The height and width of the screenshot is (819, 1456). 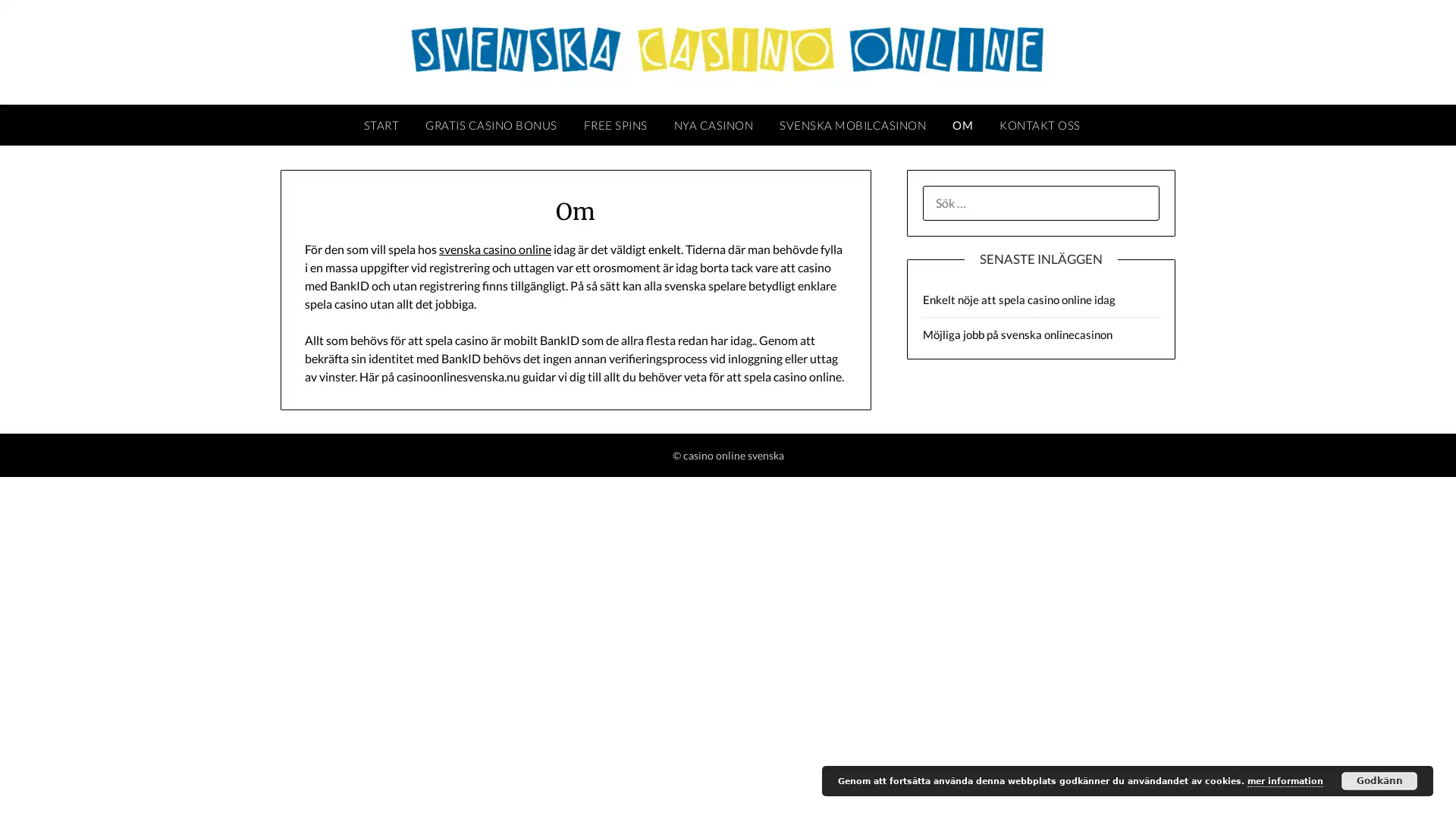 I want to click on Godkann, so click(x=1379, y=780).